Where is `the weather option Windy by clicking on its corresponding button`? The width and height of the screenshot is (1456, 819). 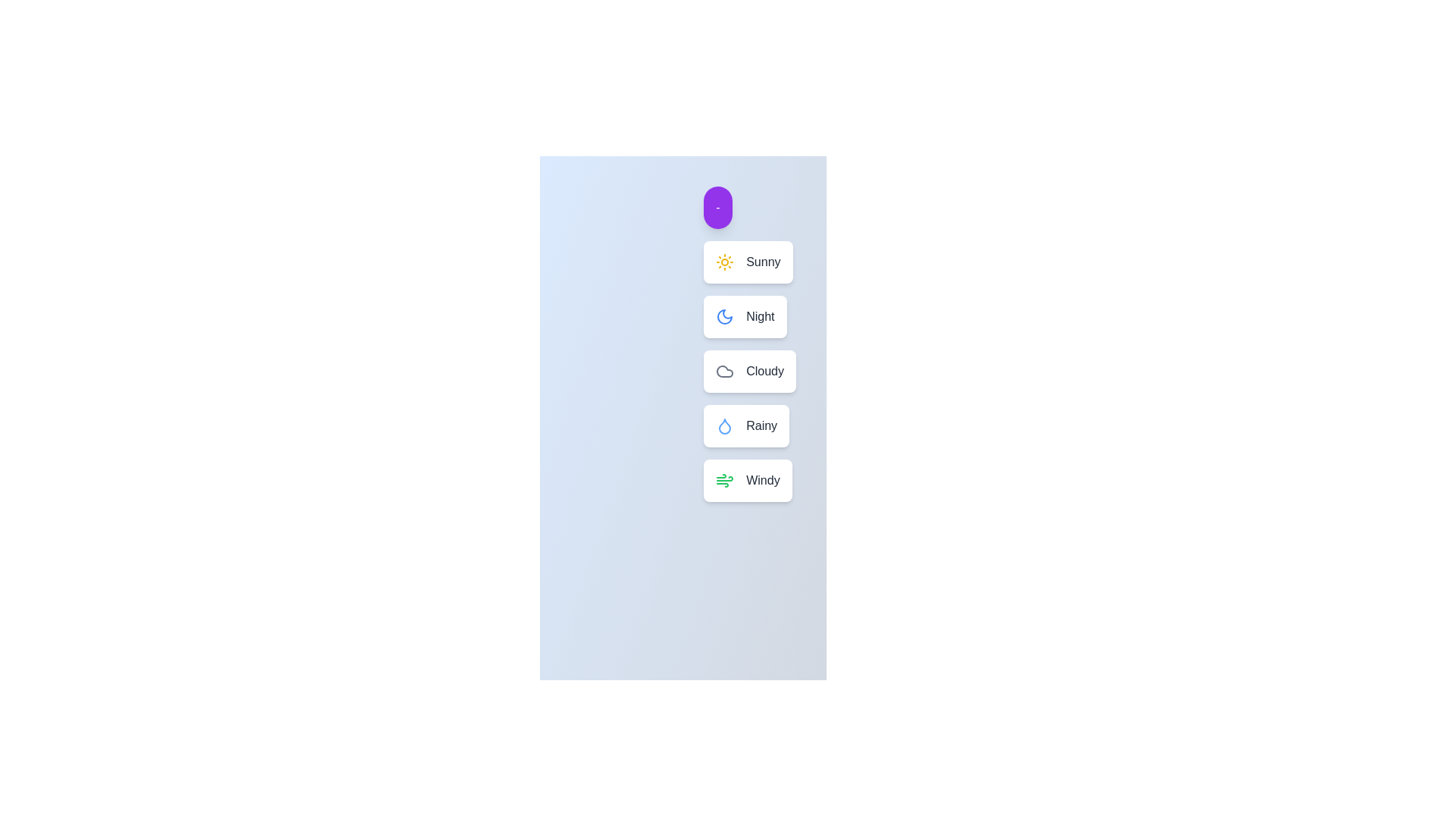 the weather option Windy by clicking on its corresponding button is located at coordinates (748, 480).